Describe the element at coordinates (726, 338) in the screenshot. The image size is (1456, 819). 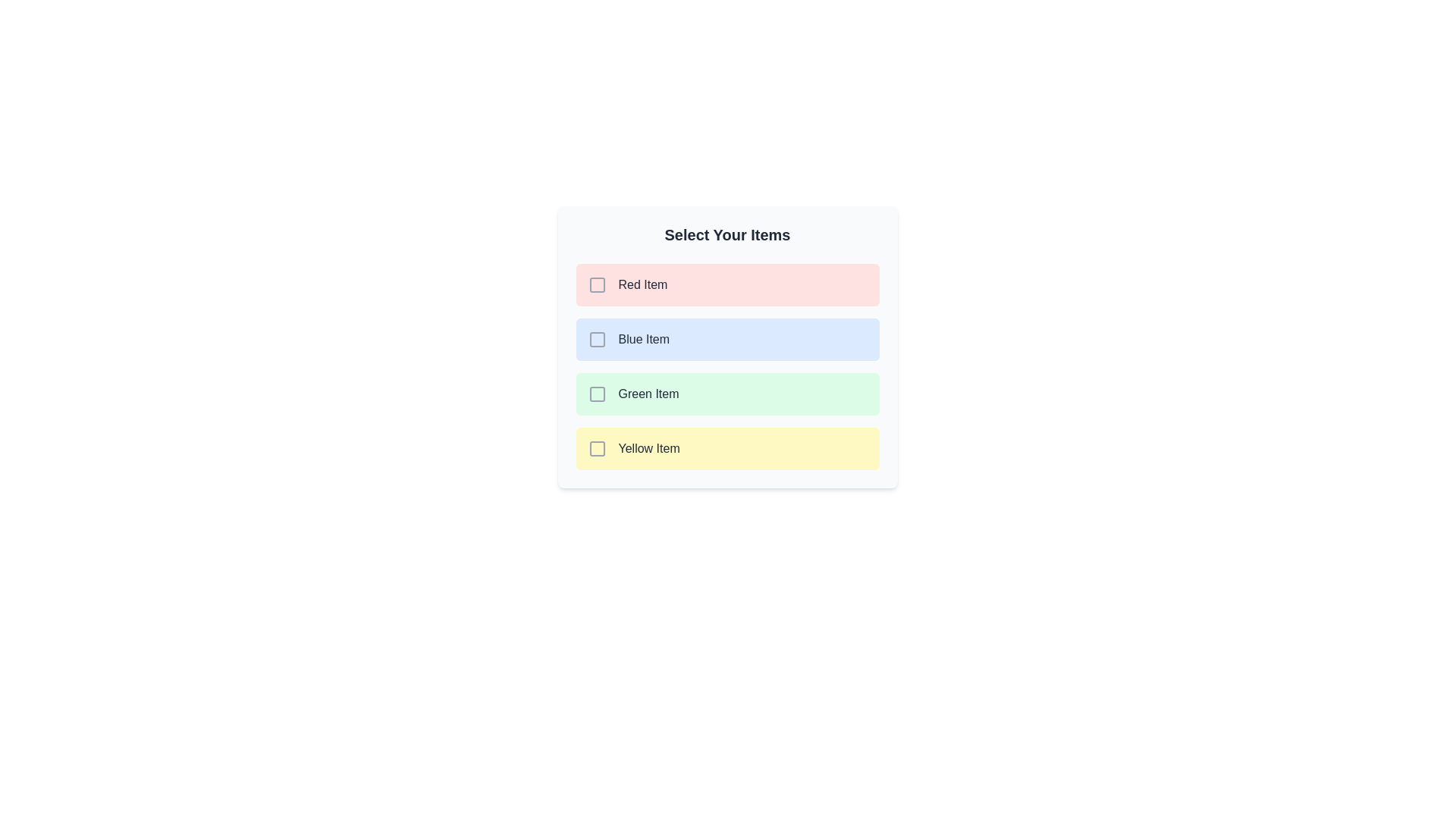
I see `the item Blue Item to observe its hover effect` at that location.